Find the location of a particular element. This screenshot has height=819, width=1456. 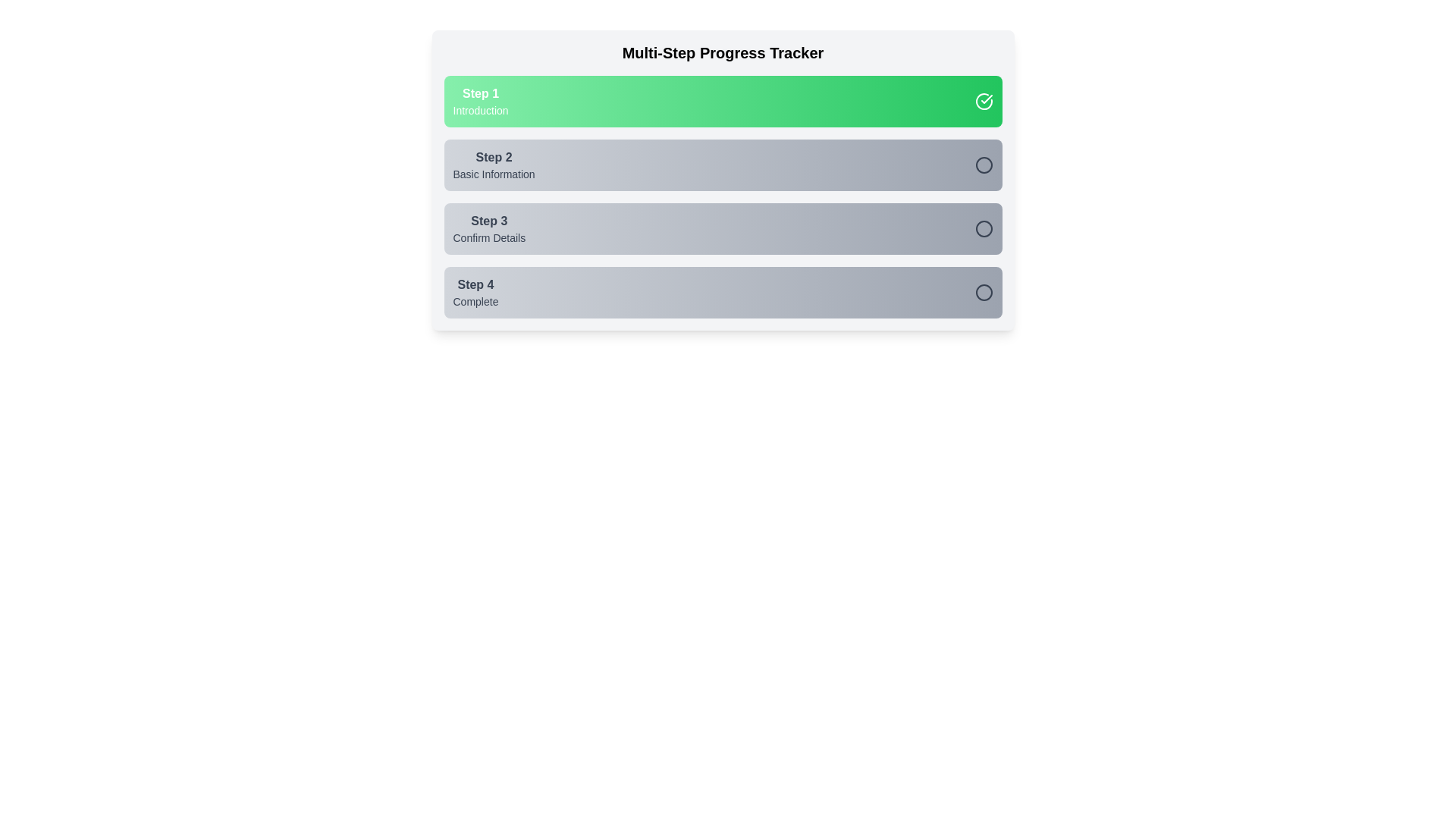

the circular icon that indicates the completion state of the 'Step 1 Introduction' section in the progress tracker, located on the right end of the green horizontal bar is located at coordinates (984, 102).